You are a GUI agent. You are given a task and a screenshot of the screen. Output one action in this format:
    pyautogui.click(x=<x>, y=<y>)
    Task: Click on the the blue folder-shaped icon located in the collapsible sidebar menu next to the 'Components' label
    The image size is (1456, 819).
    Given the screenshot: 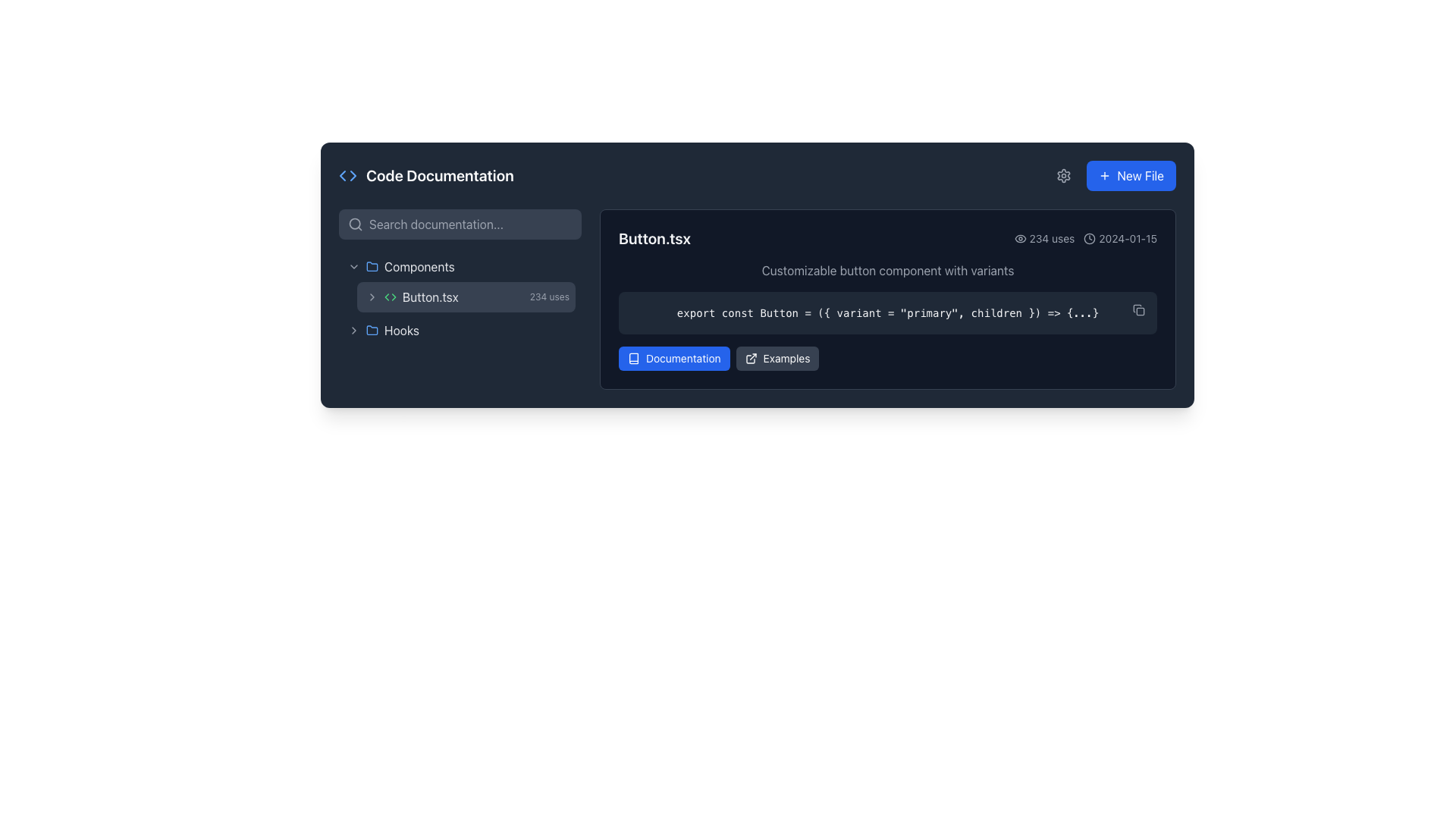 What is the action you would take?
    pyautogui.click(x=372, y=265)
    